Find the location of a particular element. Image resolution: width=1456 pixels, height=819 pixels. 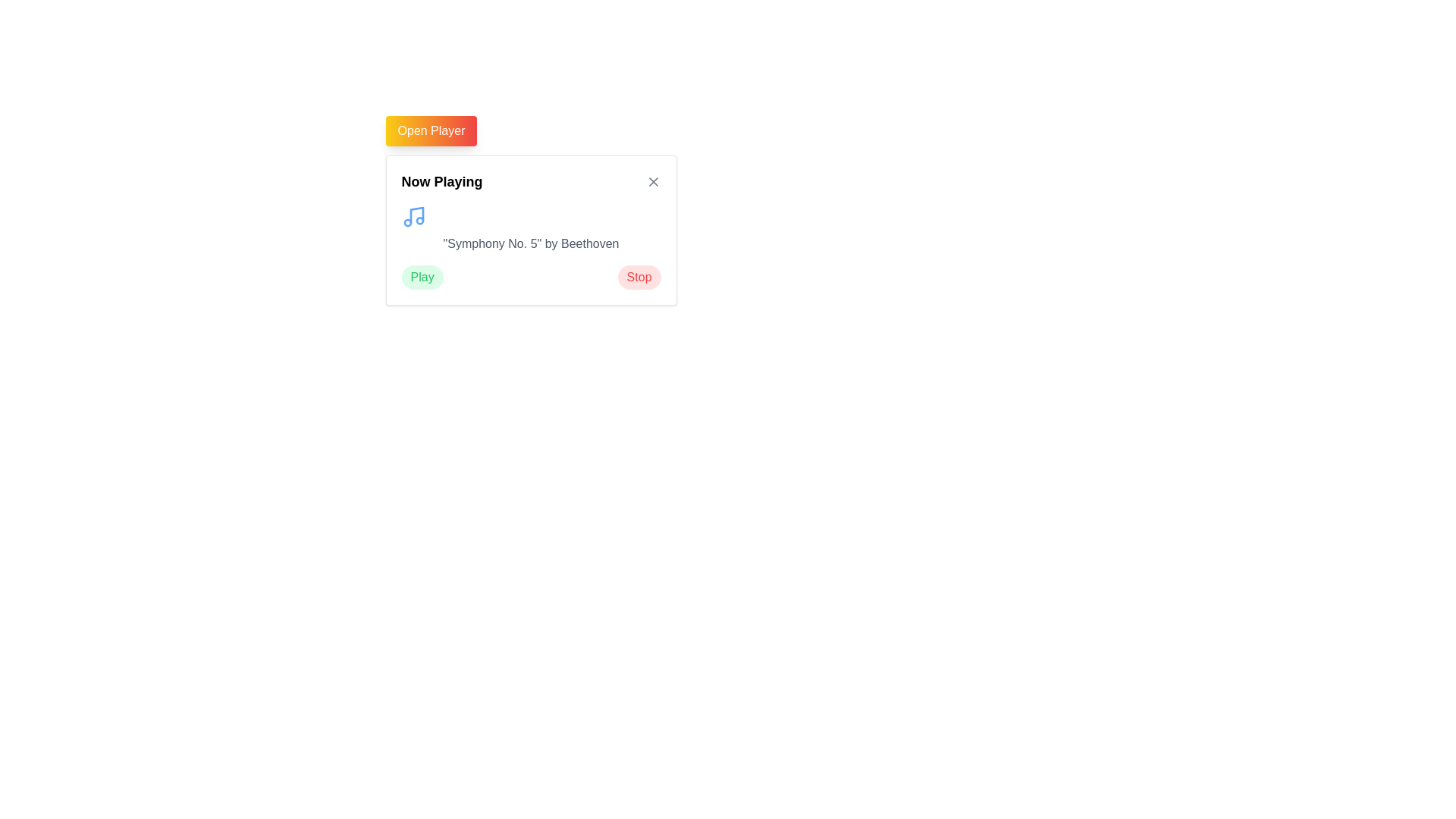

the bold text label displaying 'Now Playing' located at the top-left corner of a card layout is located at coordinates (441, 180).